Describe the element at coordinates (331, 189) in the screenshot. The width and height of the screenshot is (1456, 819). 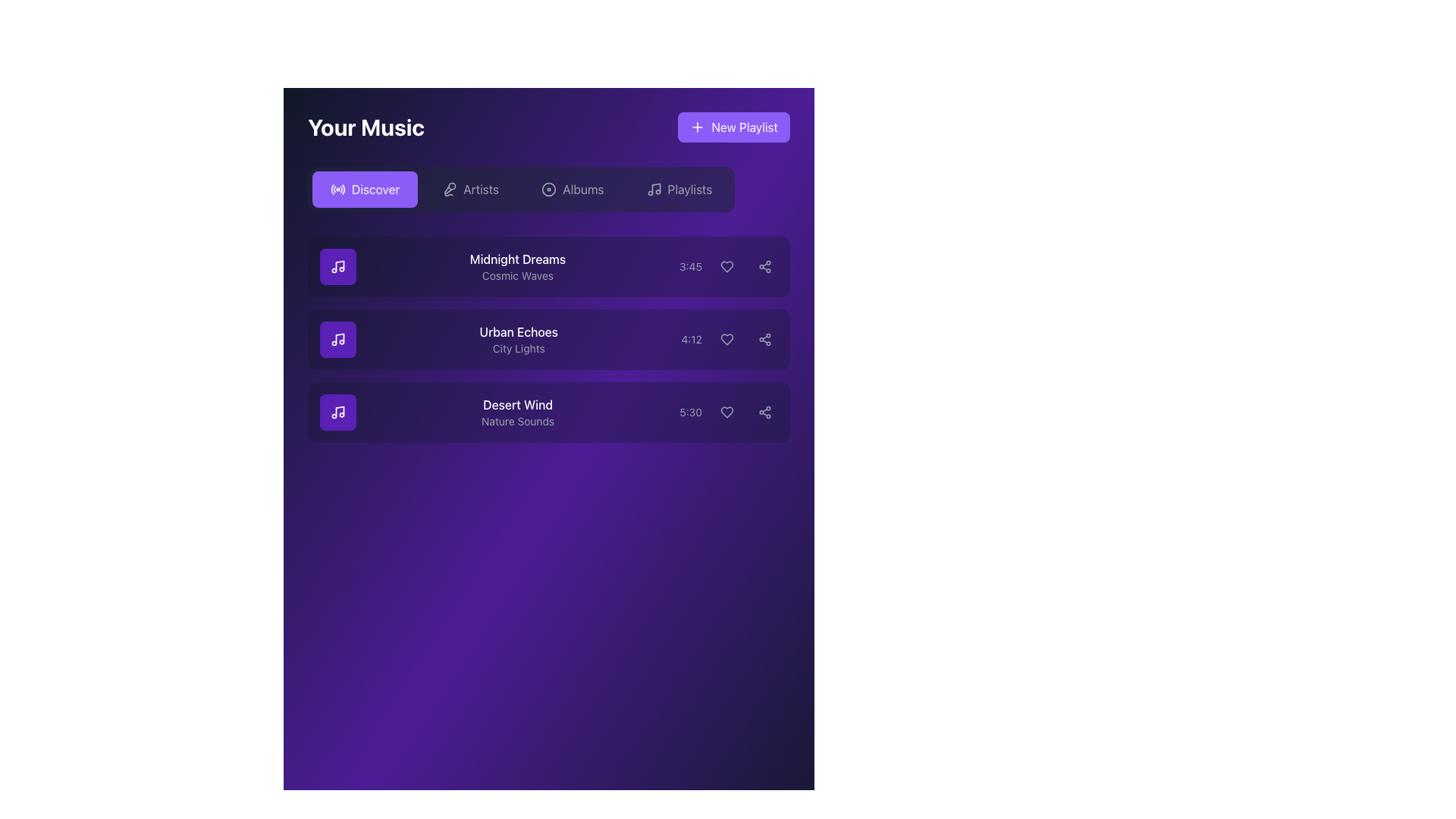
I see `outermost curved line of the stylized radio wave icon, which is represented by a thin outline with no fill color` at that location.